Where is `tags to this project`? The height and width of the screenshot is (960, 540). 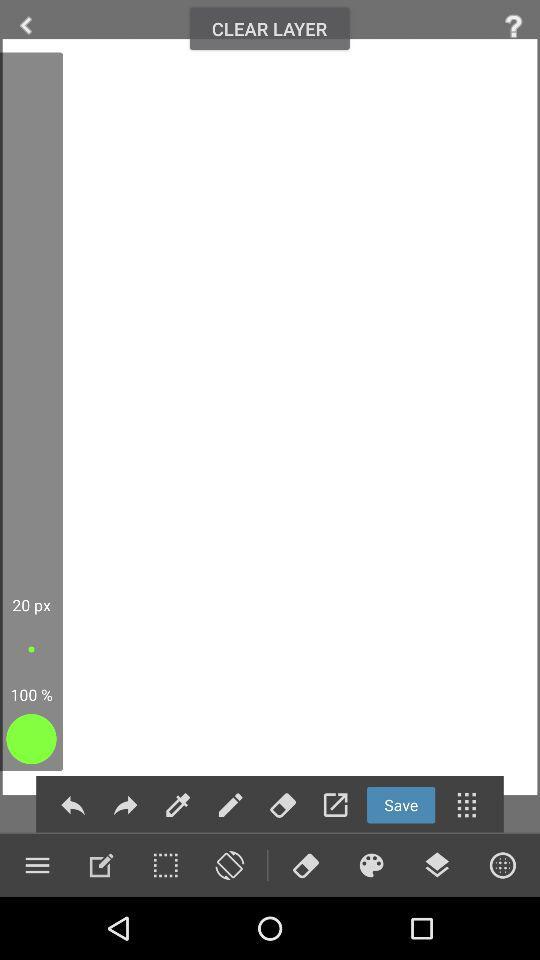 tags to this project is located at coordinates (282, 805).